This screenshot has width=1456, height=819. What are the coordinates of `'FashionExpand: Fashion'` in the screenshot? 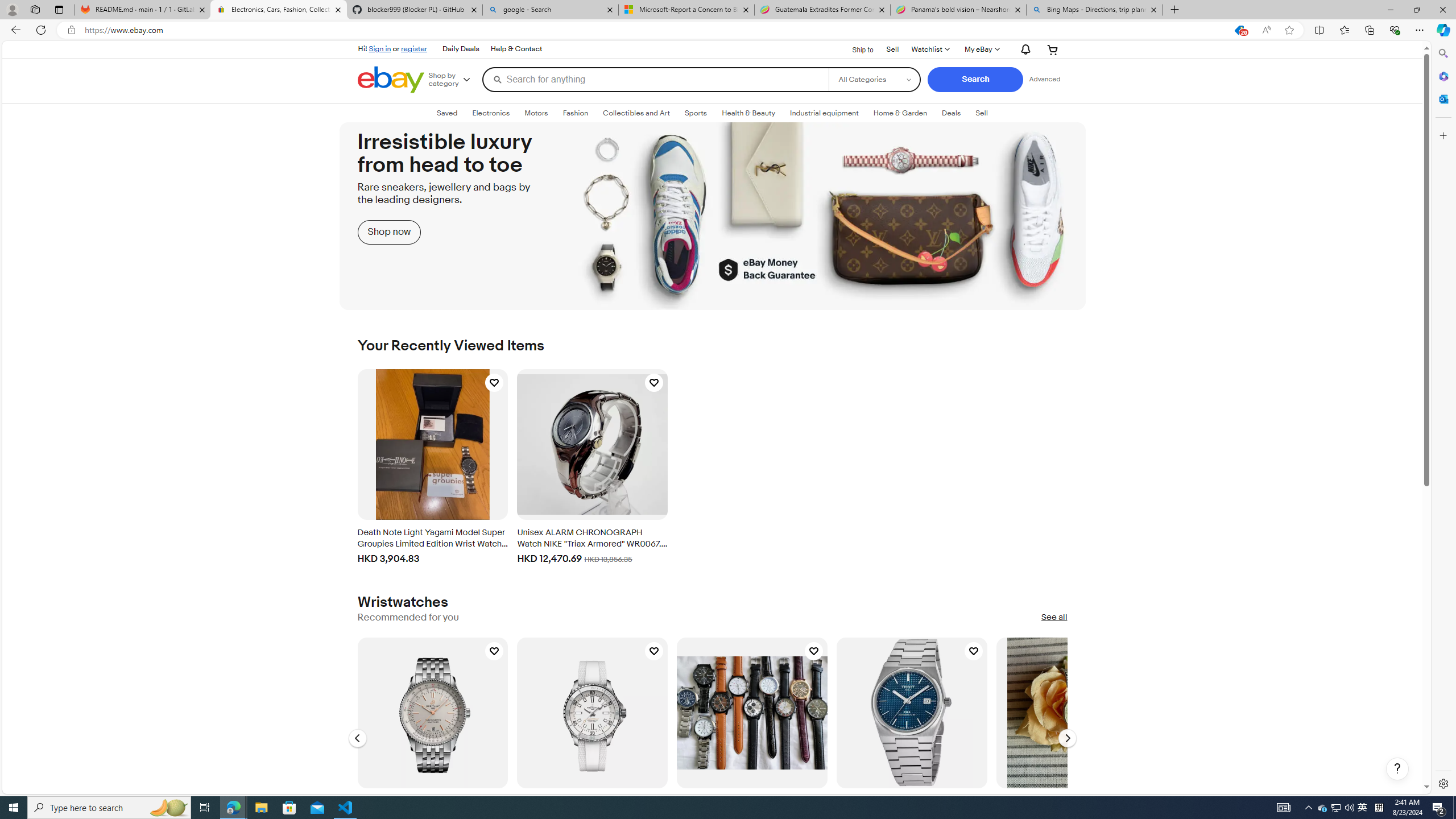 It's located at (574, 113).